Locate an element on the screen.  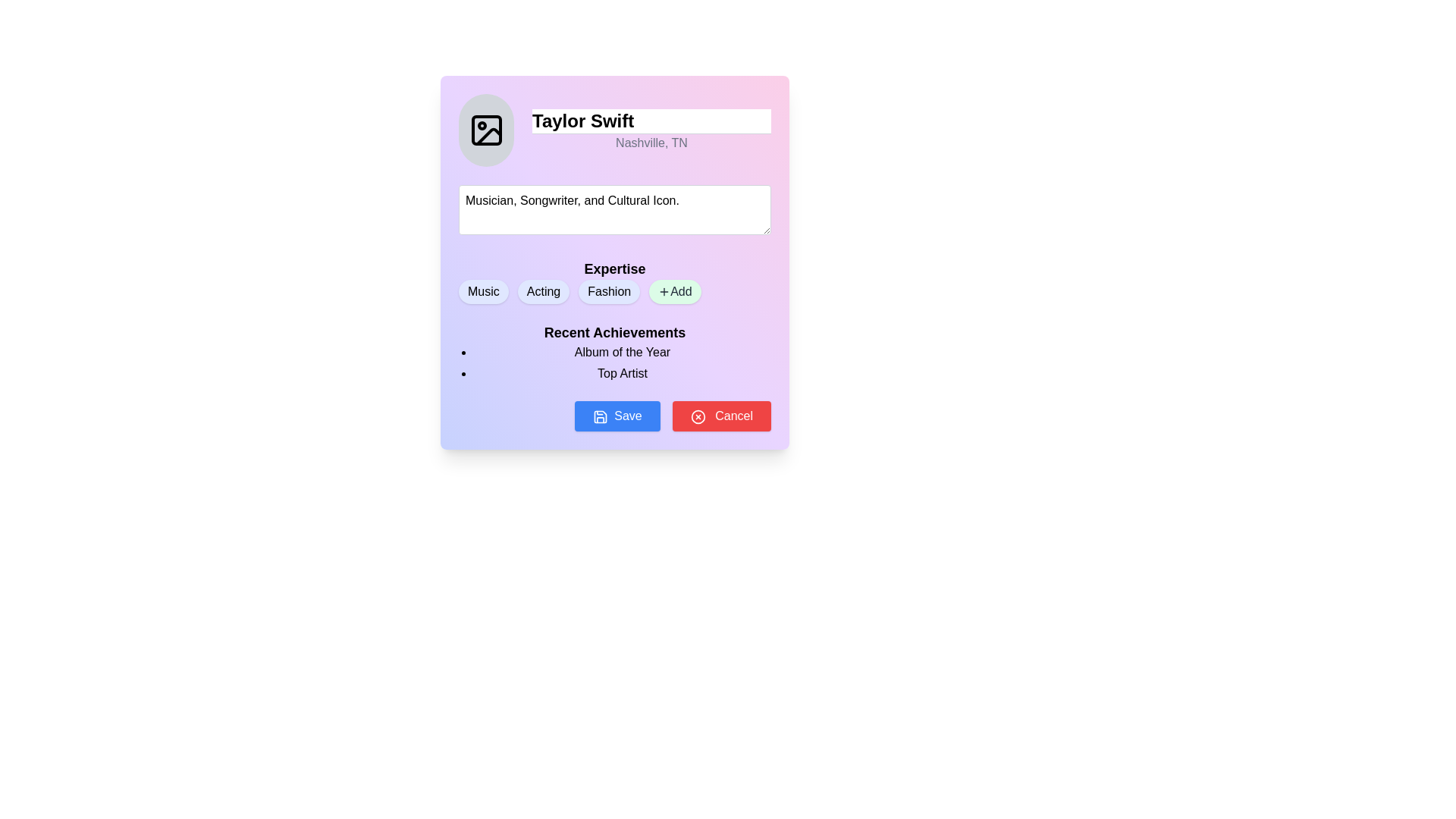
the 'Save' button located at the bottom of the modal is located at coordinates (617, 416).